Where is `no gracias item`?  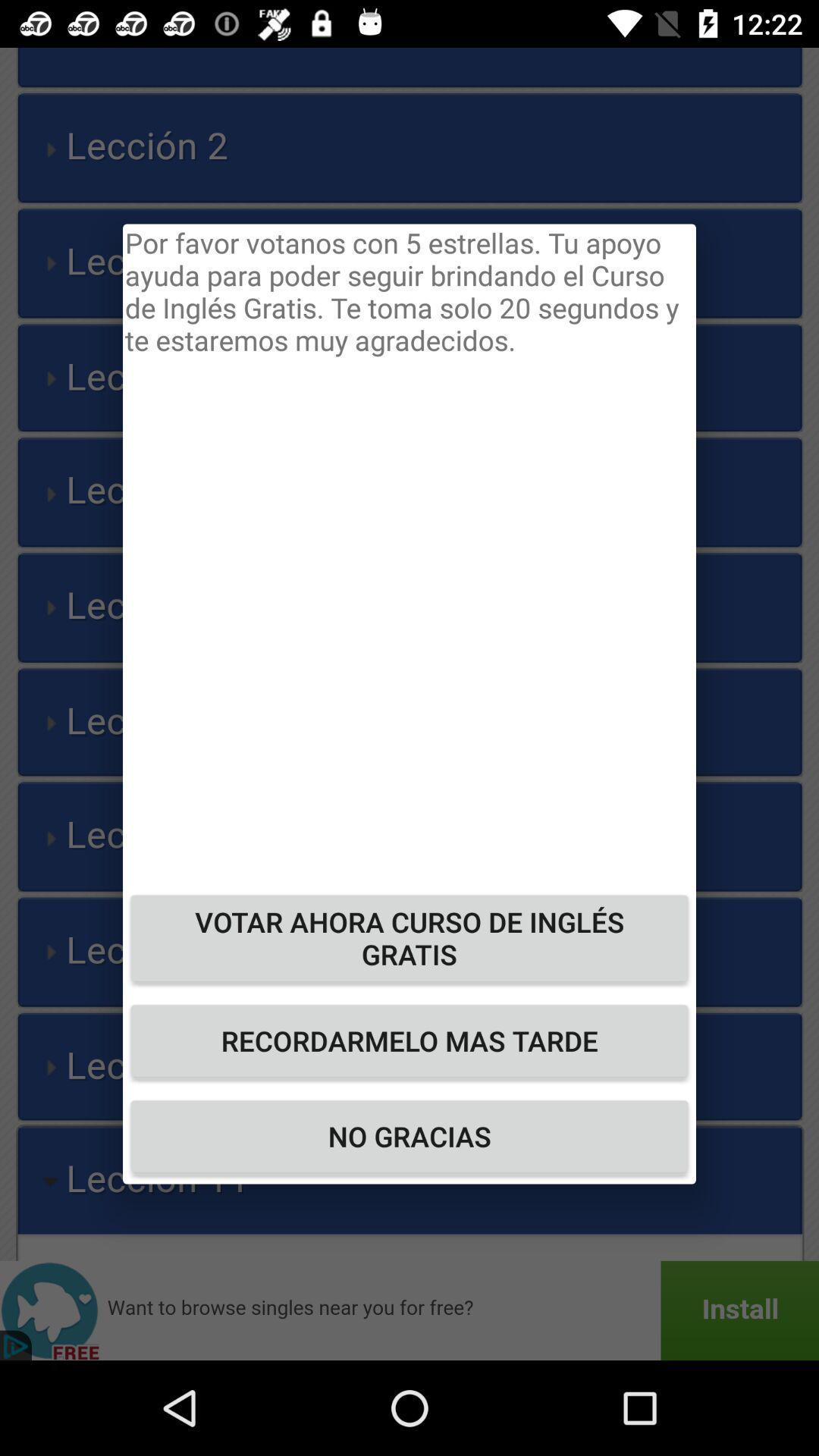
no gracias item is located at coordinates (409, 1136).